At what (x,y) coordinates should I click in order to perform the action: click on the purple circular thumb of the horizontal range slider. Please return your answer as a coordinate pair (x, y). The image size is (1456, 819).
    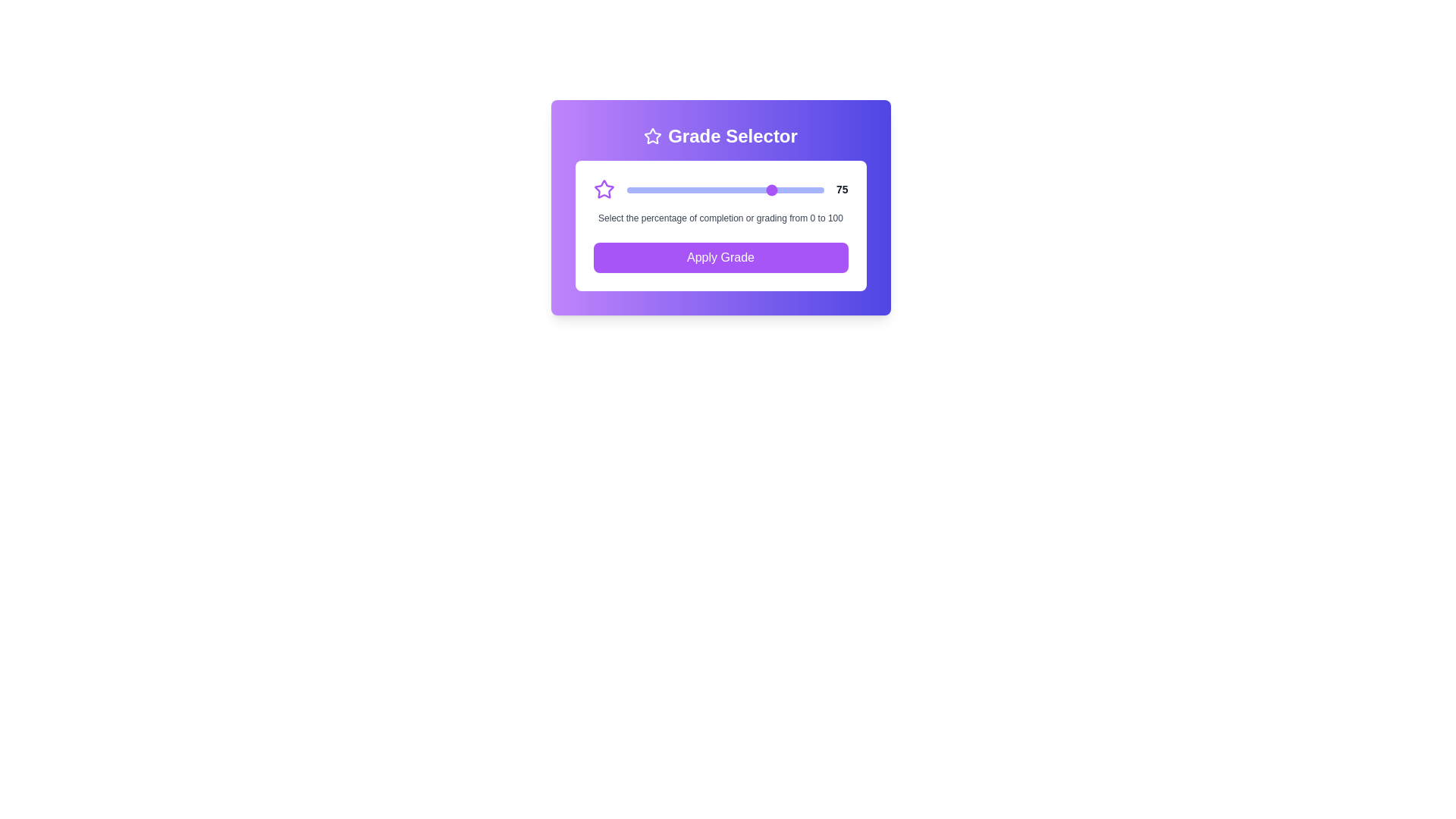
    Looking at the image, I should click on (724, 189).